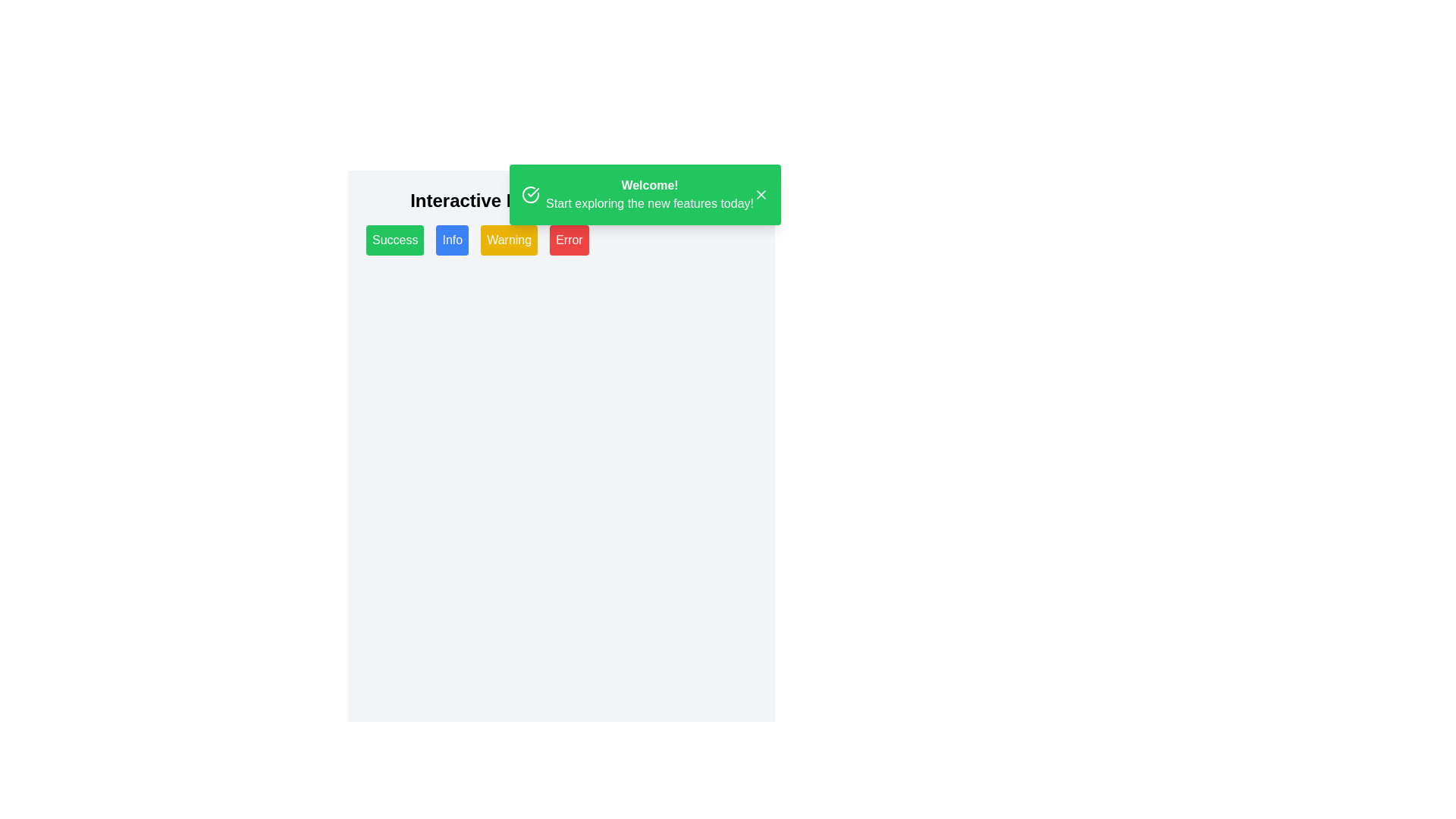 The width and height of the screenshot is (1456, 819). I want to click on the confirmation icon located in the top-right corner of the green notification bar labeled 'Welcome! Start exploring the new features today!', so click(533, 192).